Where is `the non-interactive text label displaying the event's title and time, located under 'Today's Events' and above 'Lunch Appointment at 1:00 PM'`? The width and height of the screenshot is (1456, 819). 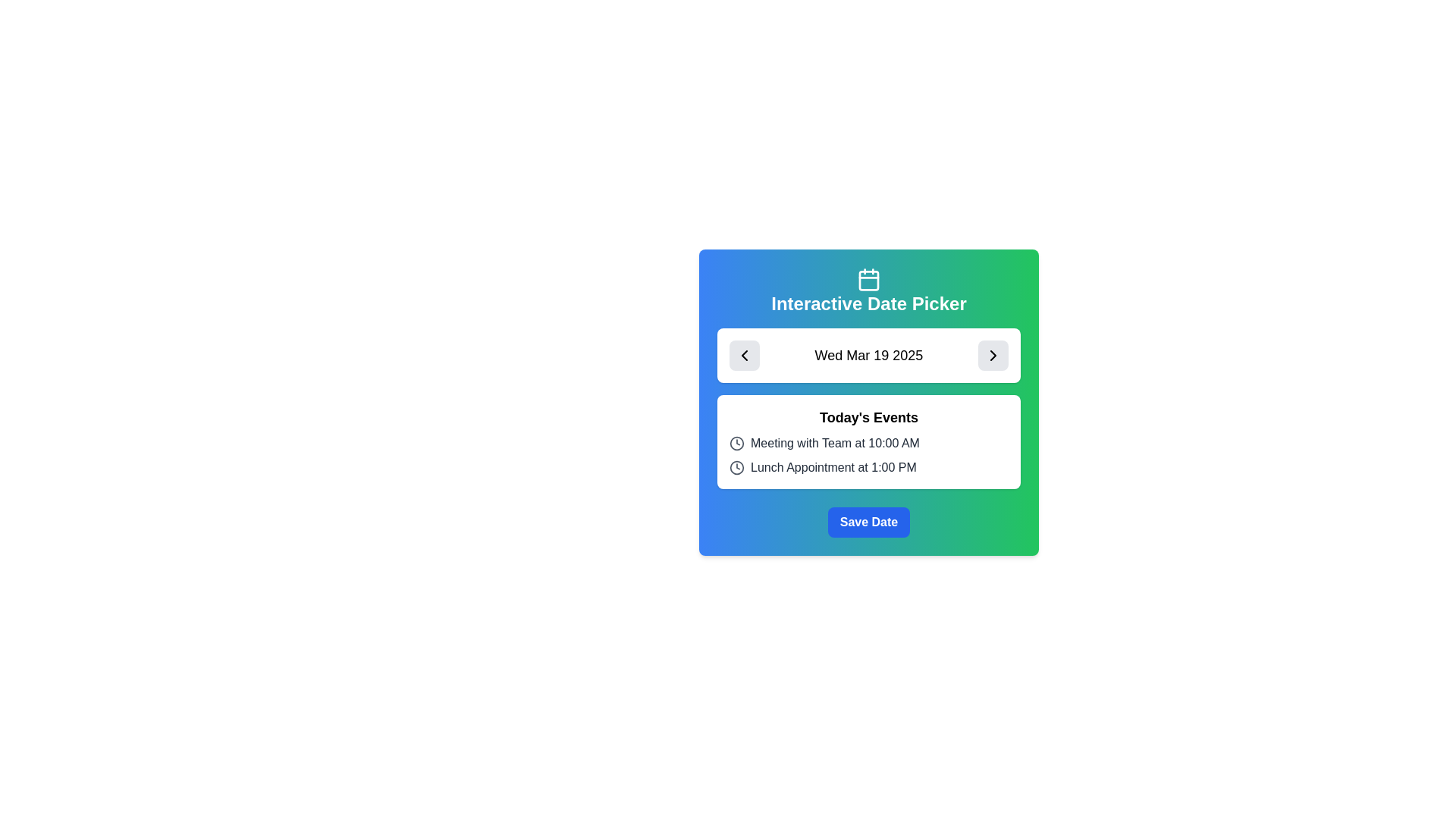
the non-interactive text label displaying the event's title and time, located under 'Today's Events' and above 'Lunch Appointment at 1:00 PM' is located at coordinates (834, 444).